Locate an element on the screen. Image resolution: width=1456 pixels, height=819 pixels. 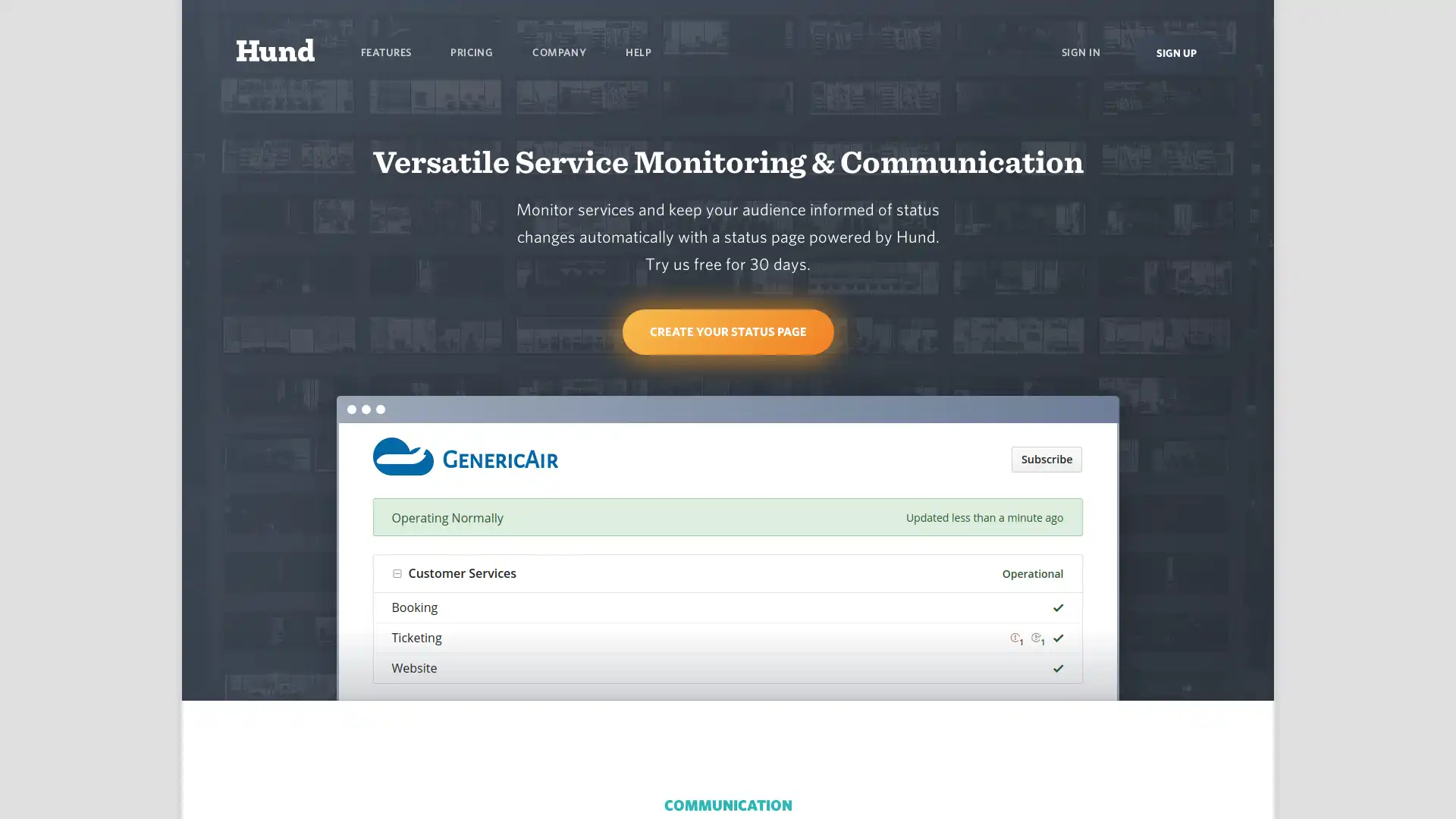
Open Intercom Messenger is located at coordinates (1417, 780).